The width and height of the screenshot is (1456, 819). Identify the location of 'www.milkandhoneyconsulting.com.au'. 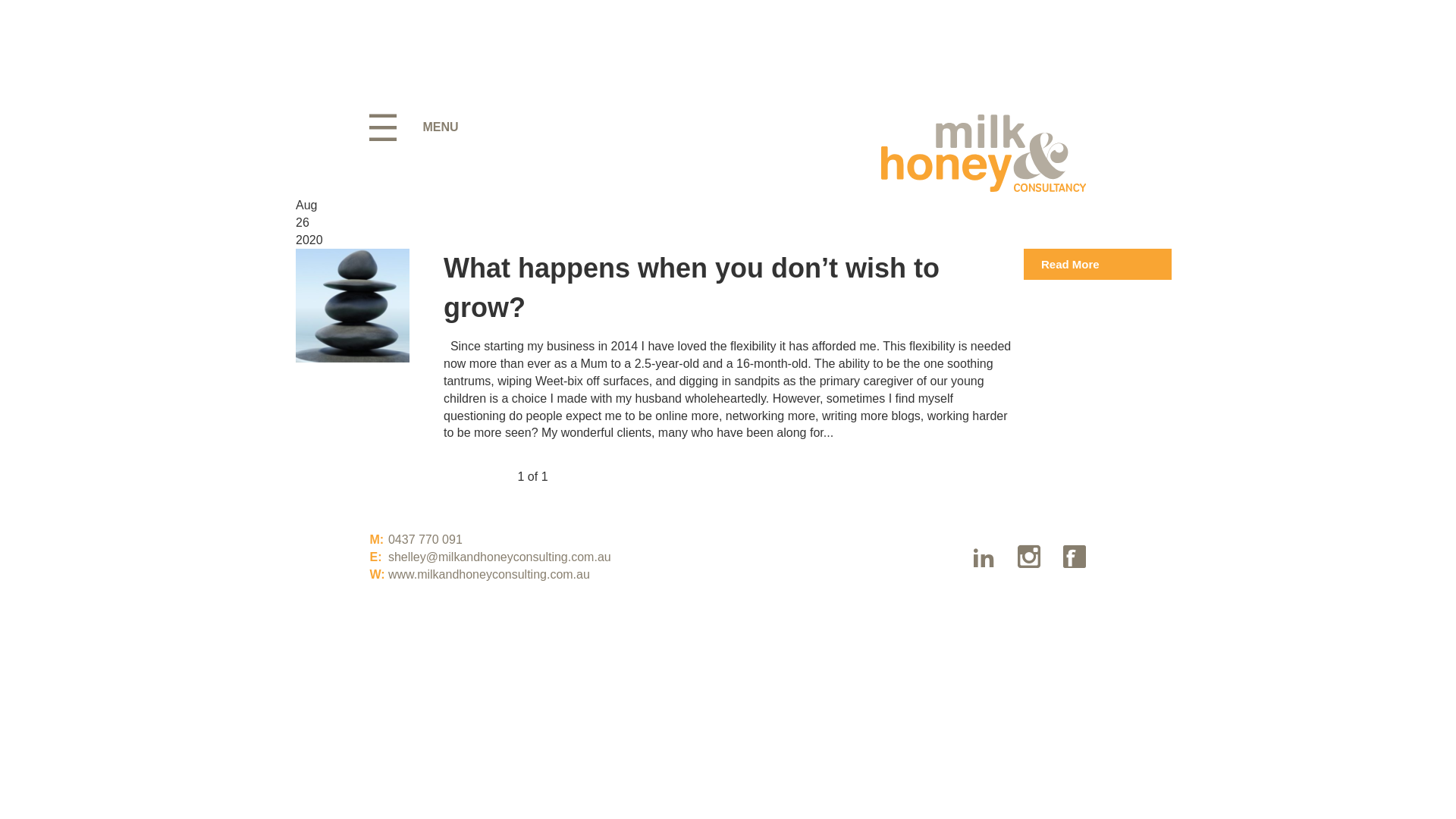
(488, 574).